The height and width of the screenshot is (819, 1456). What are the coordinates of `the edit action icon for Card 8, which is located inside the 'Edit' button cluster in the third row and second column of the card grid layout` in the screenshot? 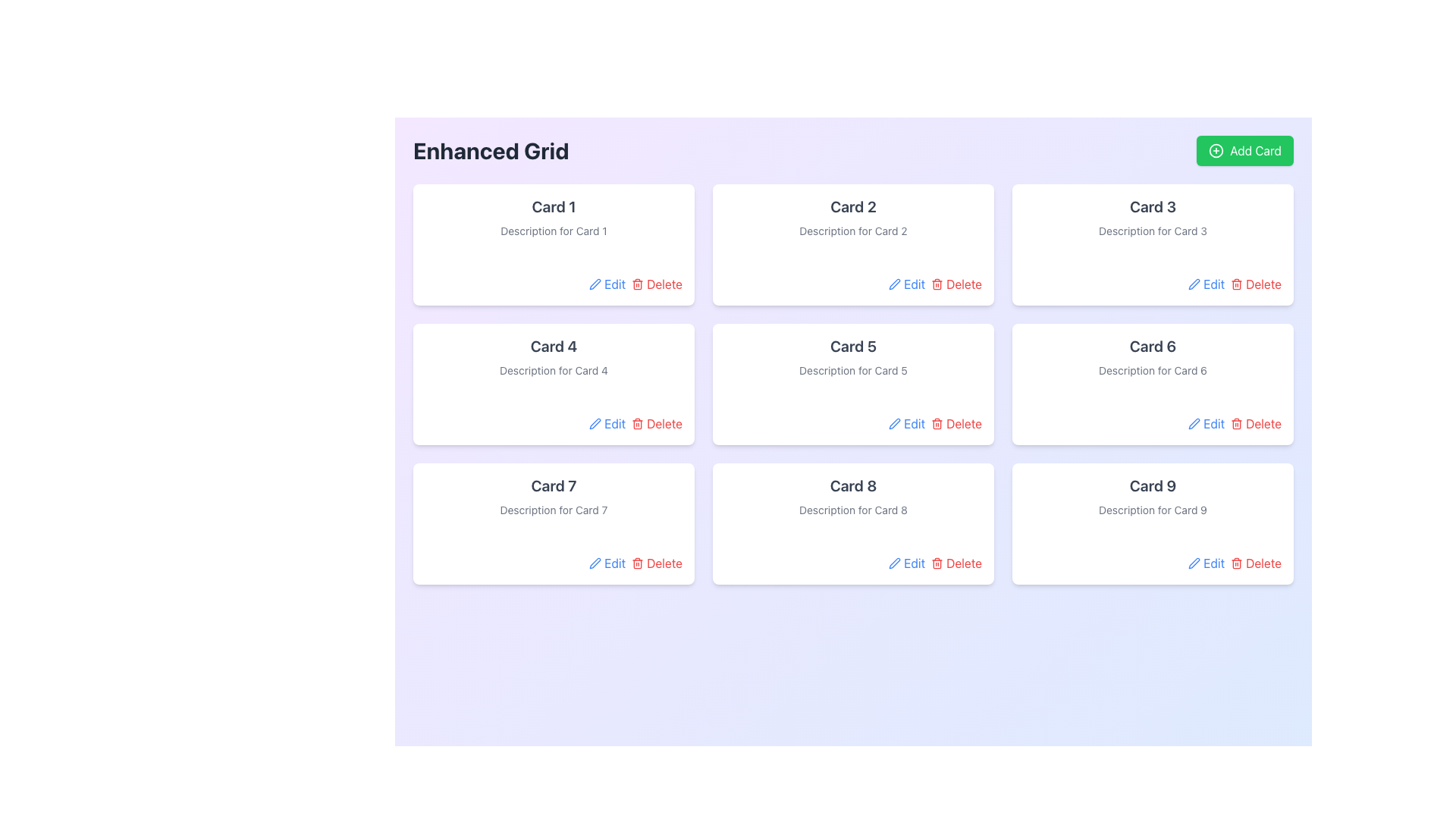 It's located at (895, 563).